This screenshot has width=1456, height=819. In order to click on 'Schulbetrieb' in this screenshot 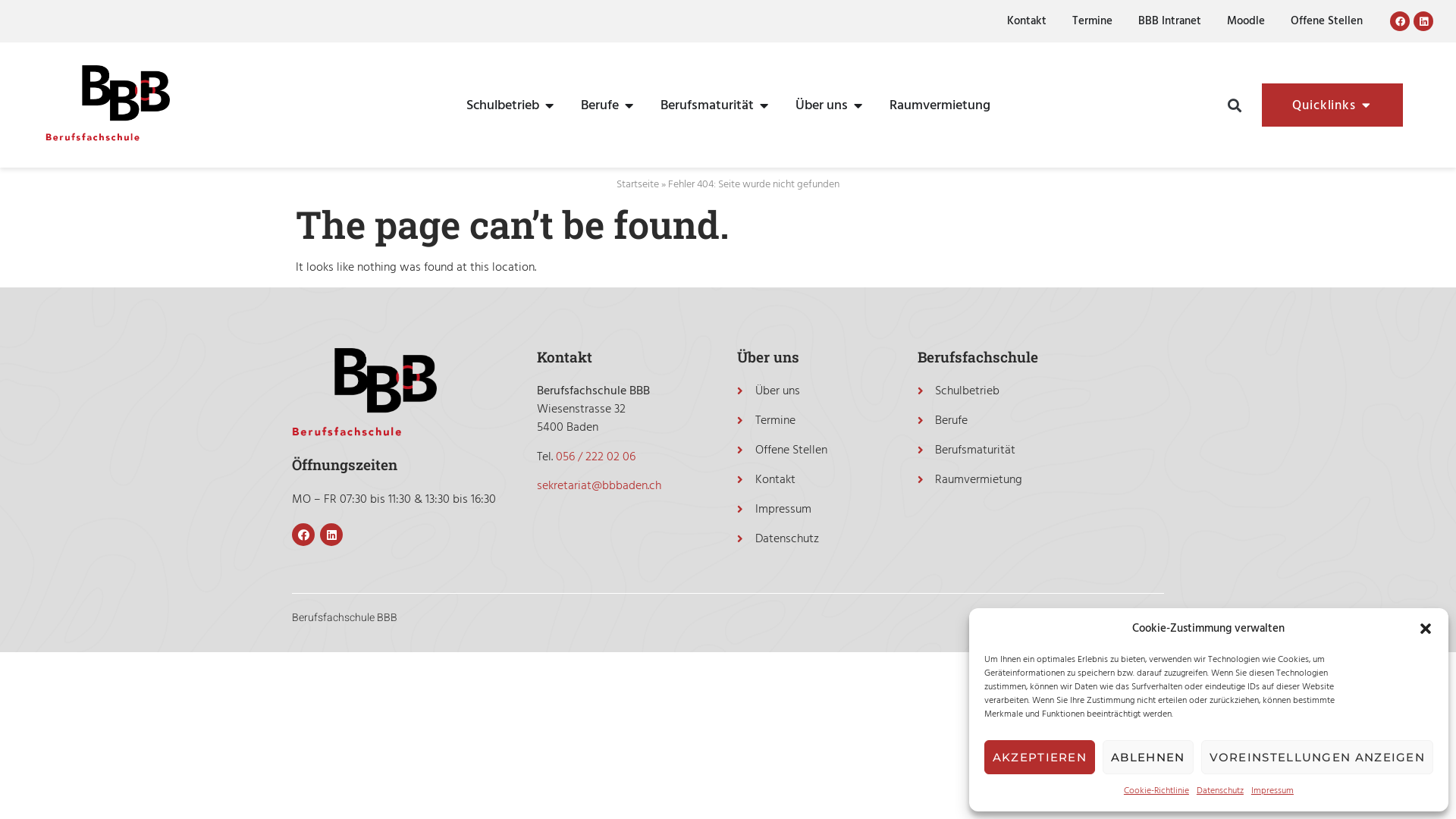, I will do `click(502, 104)`.